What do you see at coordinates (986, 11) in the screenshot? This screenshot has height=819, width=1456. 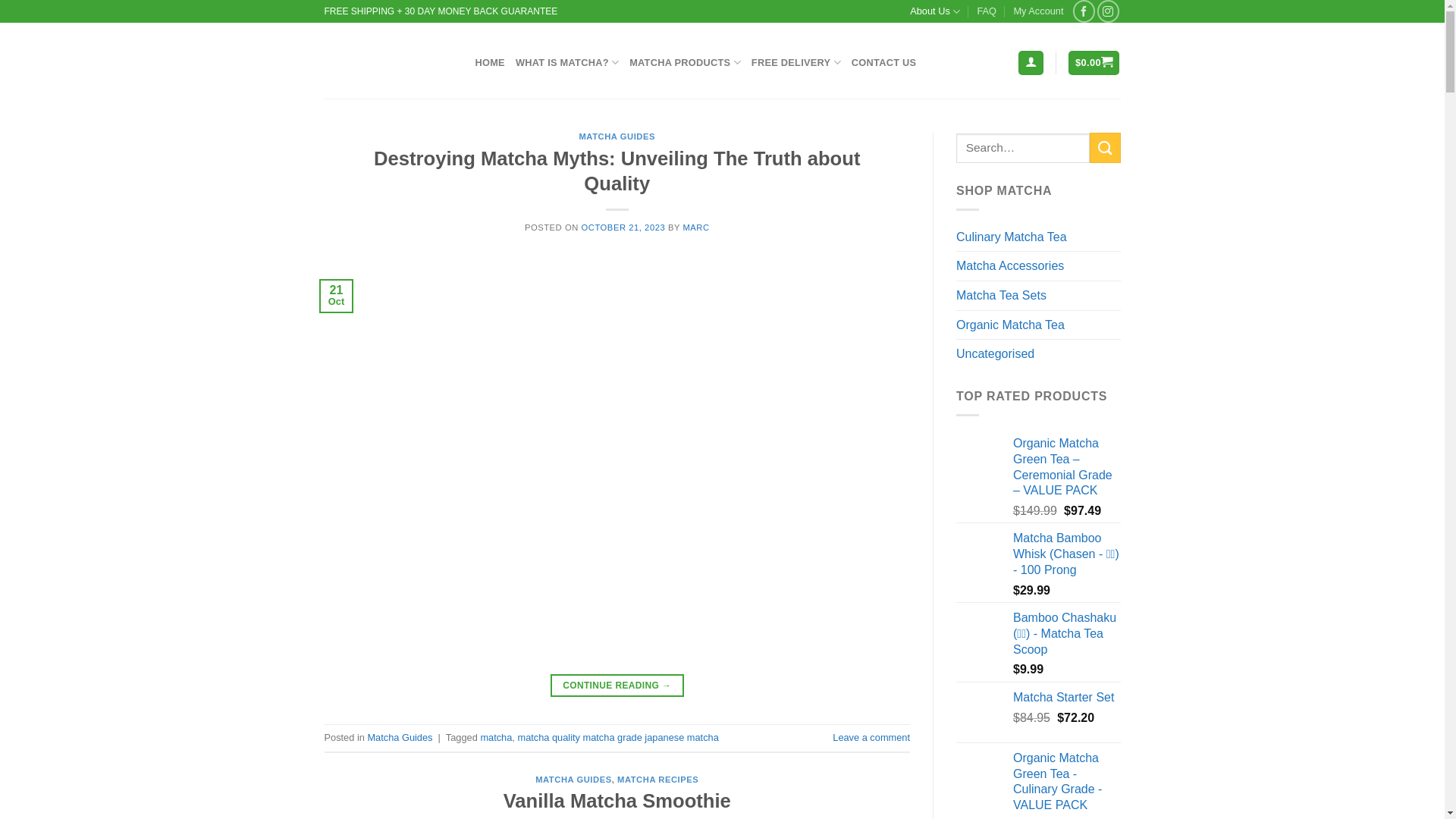 I see `'FAQ'` at bounding box center [986, 11].